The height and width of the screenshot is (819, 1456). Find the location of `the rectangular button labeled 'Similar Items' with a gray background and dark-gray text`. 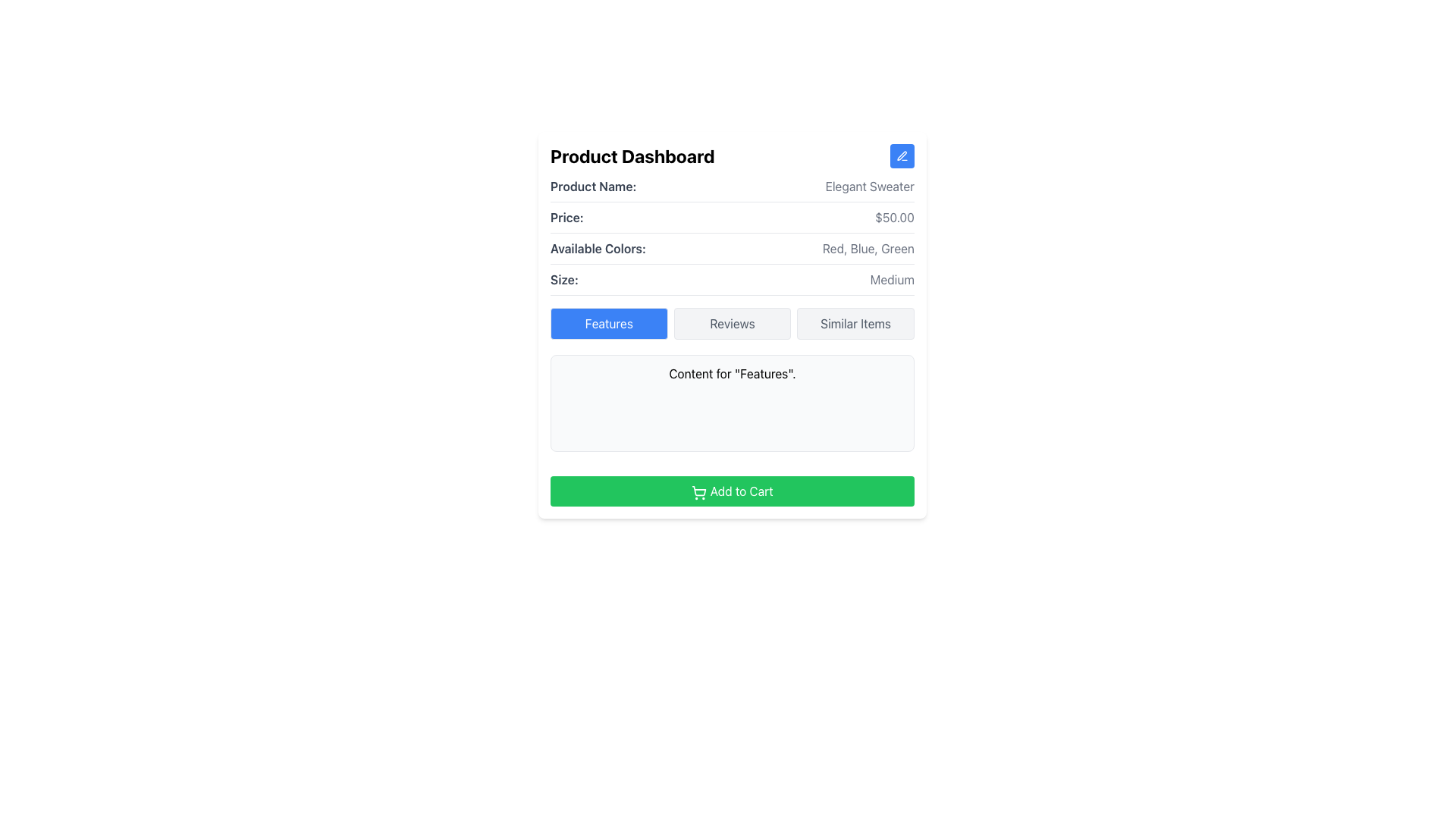

the rectangular button labeled 'Similar Items' with a gray background and dark-gray text is located at coordinates (855, 323).